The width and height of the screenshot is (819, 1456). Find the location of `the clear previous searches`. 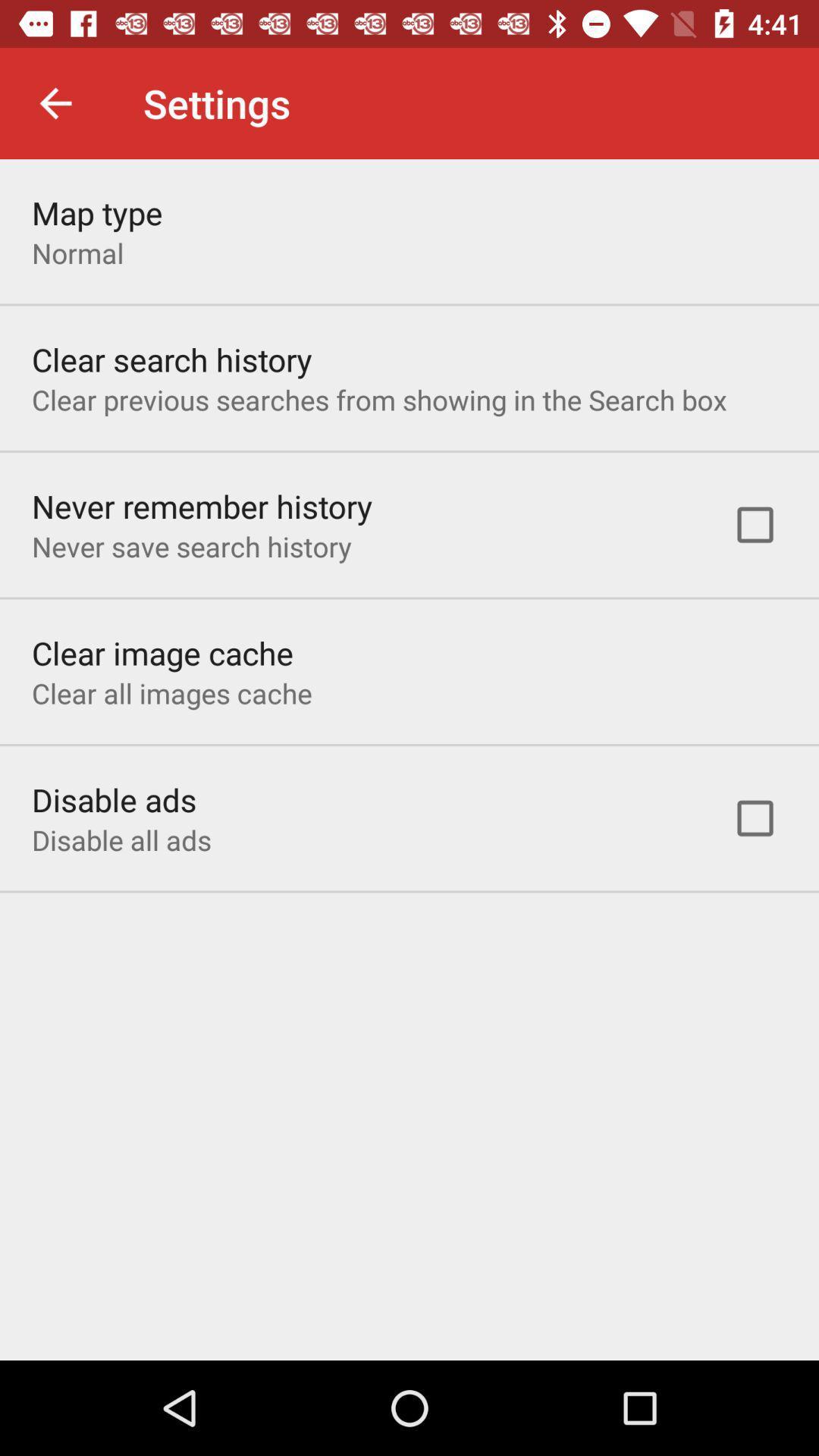

the clear previous searches is located at coordinates (378, 400).